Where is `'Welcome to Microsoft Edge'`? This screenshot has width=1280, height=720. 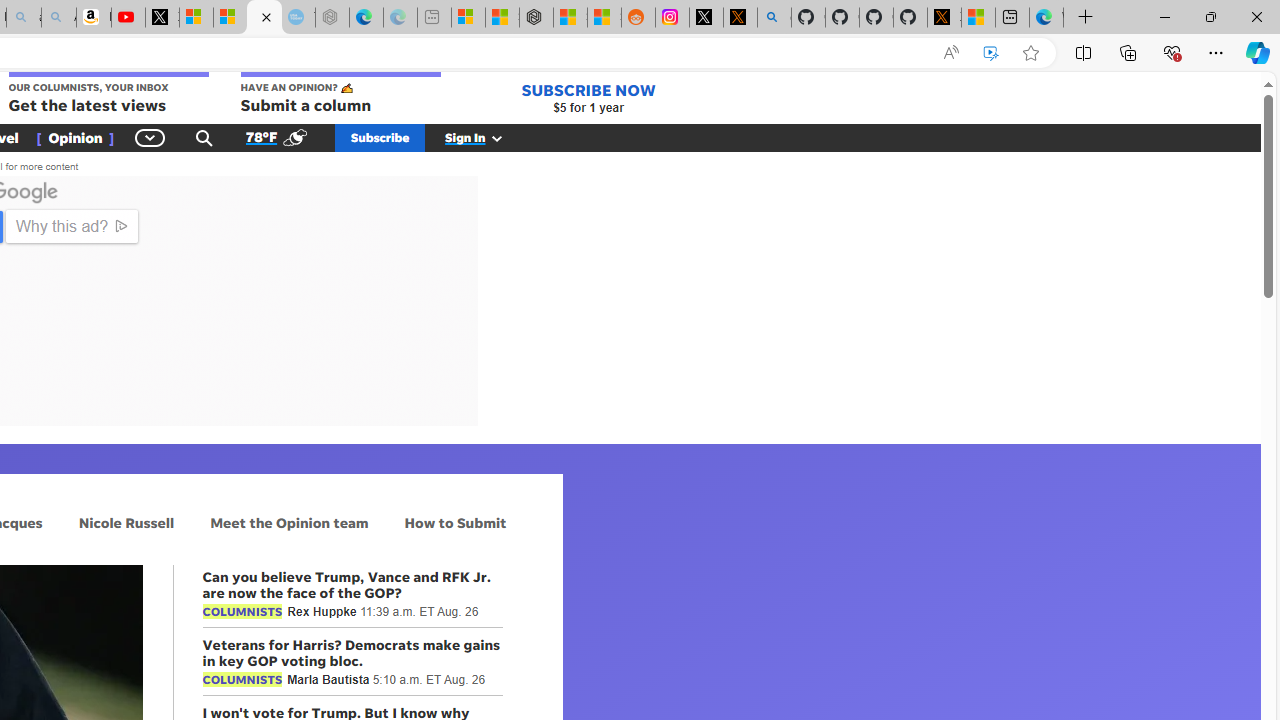 'Welcome to Microsoft Edge' is located at coordinates (1046, 17).